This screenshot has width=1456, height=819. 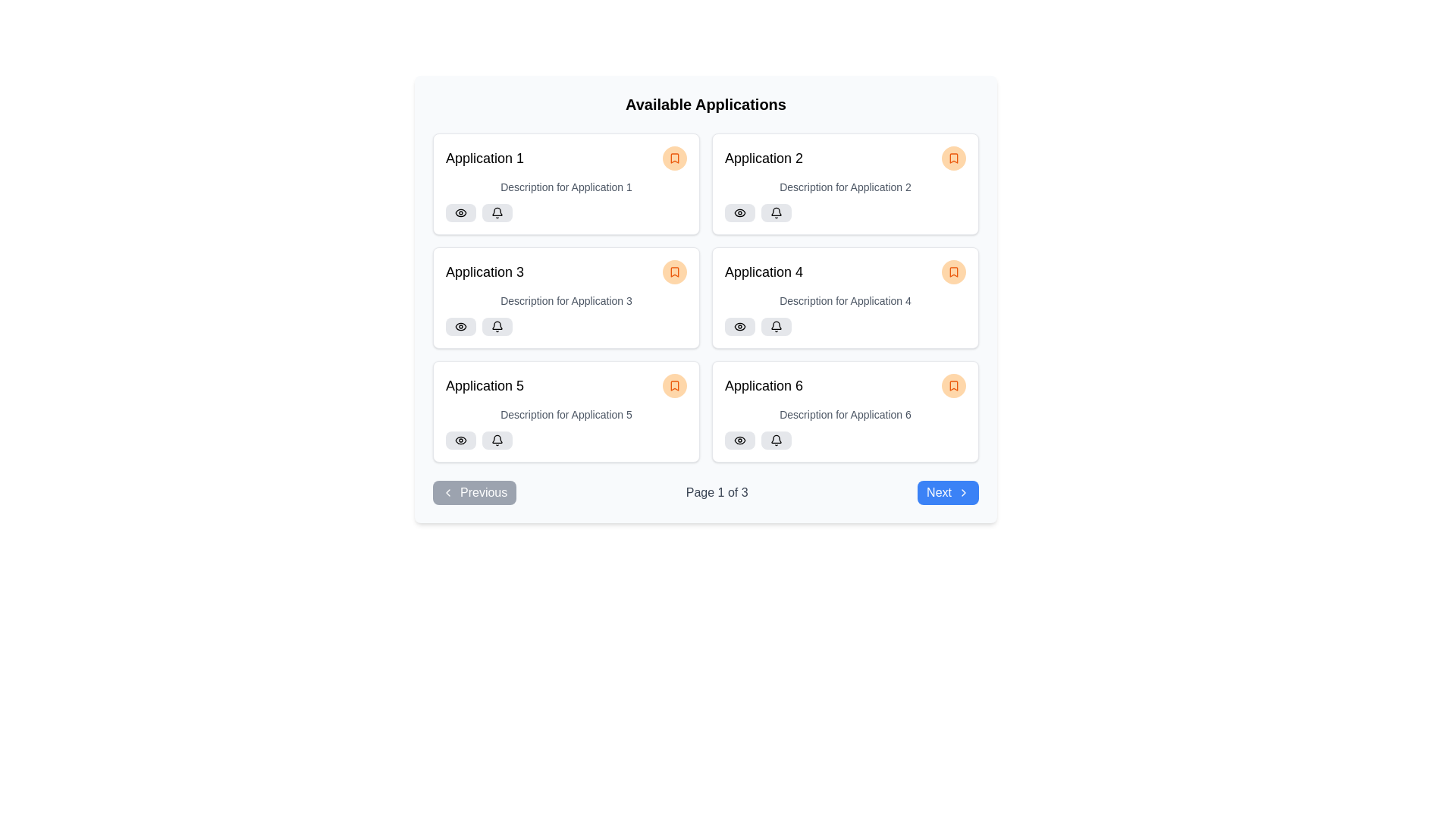 What do you see at coordinates (952, 158) in the screenshot?
I see `the orange bookmark icon located within the circular button in the top right corner of the 'Application 2' card` at bounding box center [952, 158].